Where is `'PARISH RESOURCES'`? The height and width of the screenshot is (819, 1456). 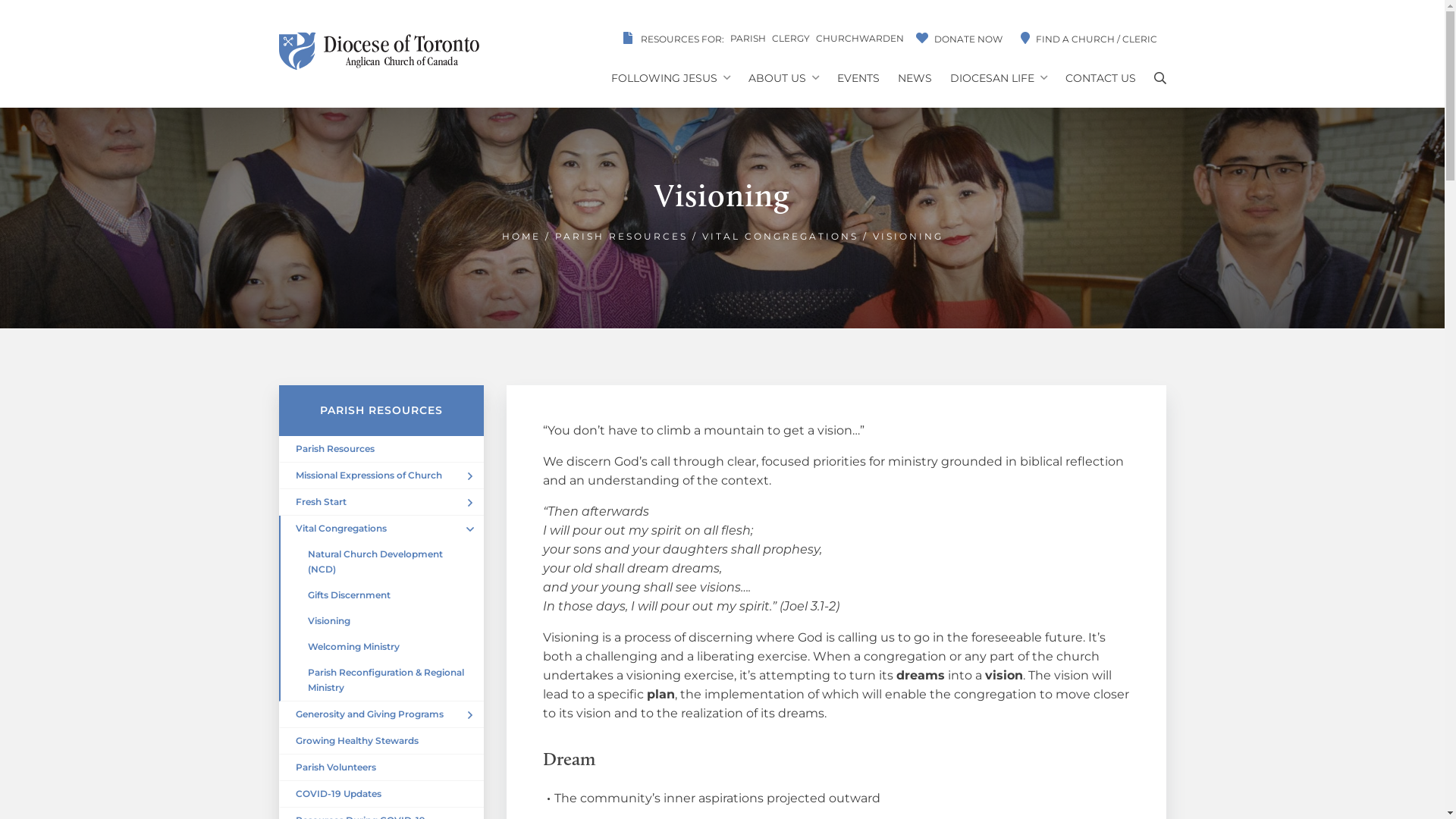 'PARISH RESOURCES' is located at coordinates (621, 236).